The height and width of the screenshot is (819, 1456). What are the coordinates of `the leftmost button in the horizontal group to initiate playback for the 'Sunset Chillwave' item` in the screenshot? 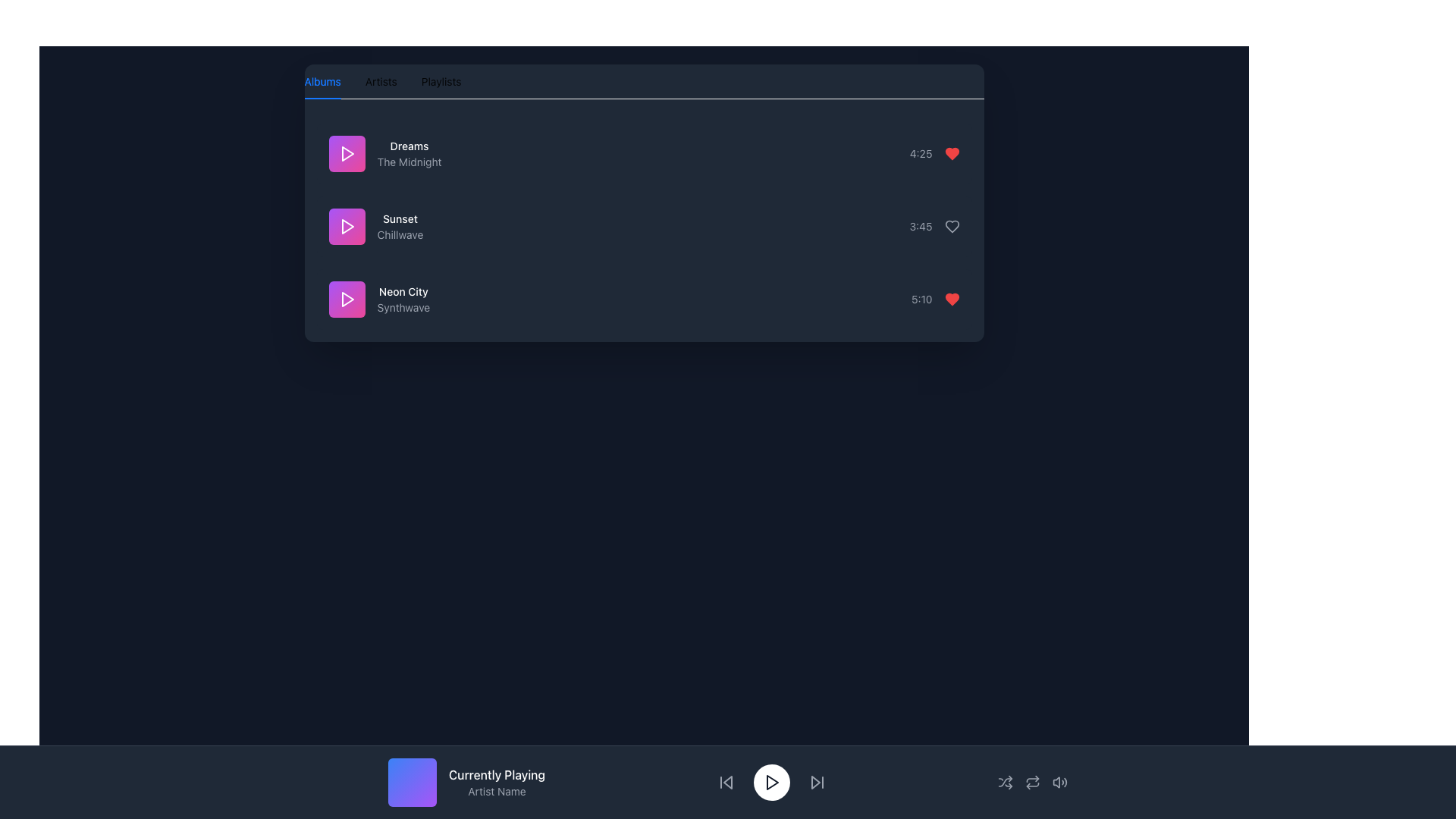 It's located at (346, 227).